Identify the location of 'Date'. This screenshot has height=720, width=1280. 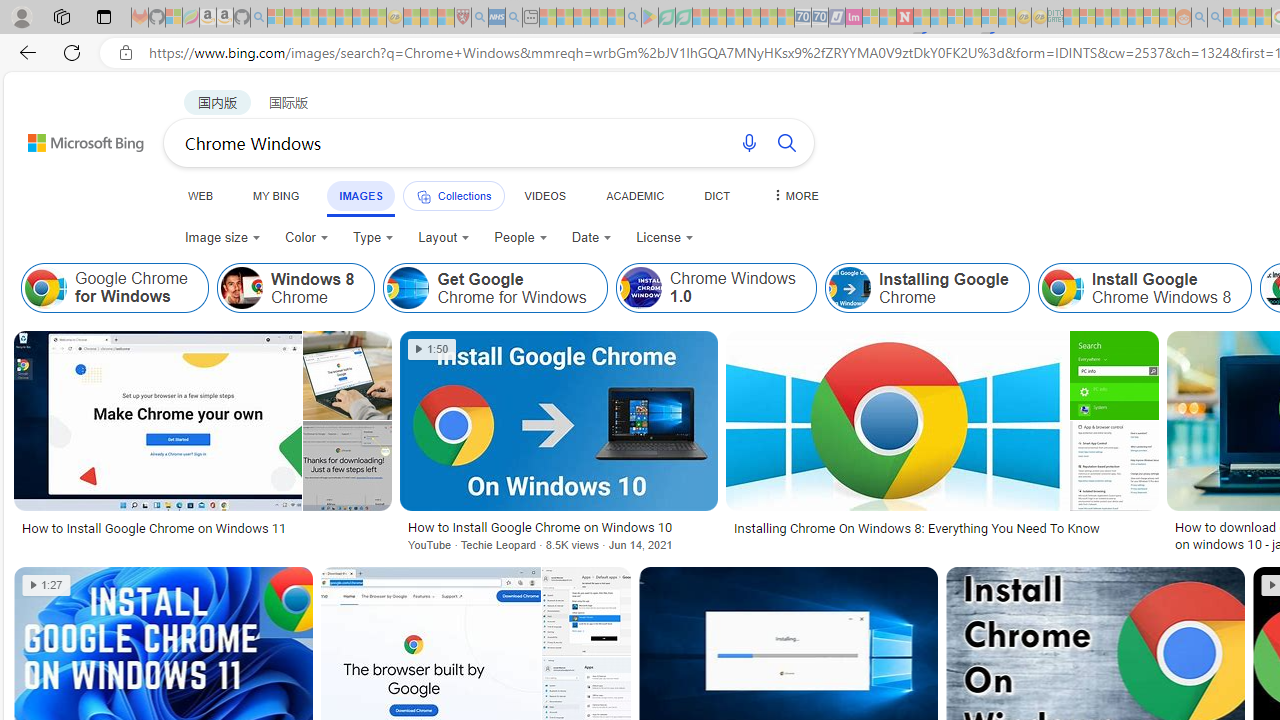
(591, 236).